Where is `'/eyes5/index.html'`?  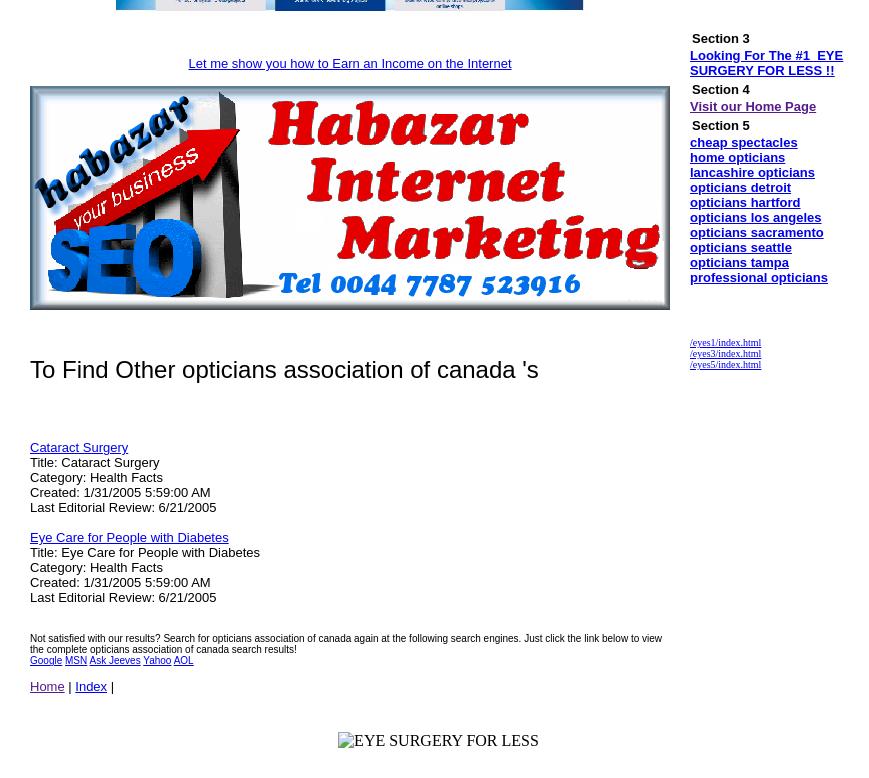 '/eyes5/index.html' is located at coordinates (725, 363).